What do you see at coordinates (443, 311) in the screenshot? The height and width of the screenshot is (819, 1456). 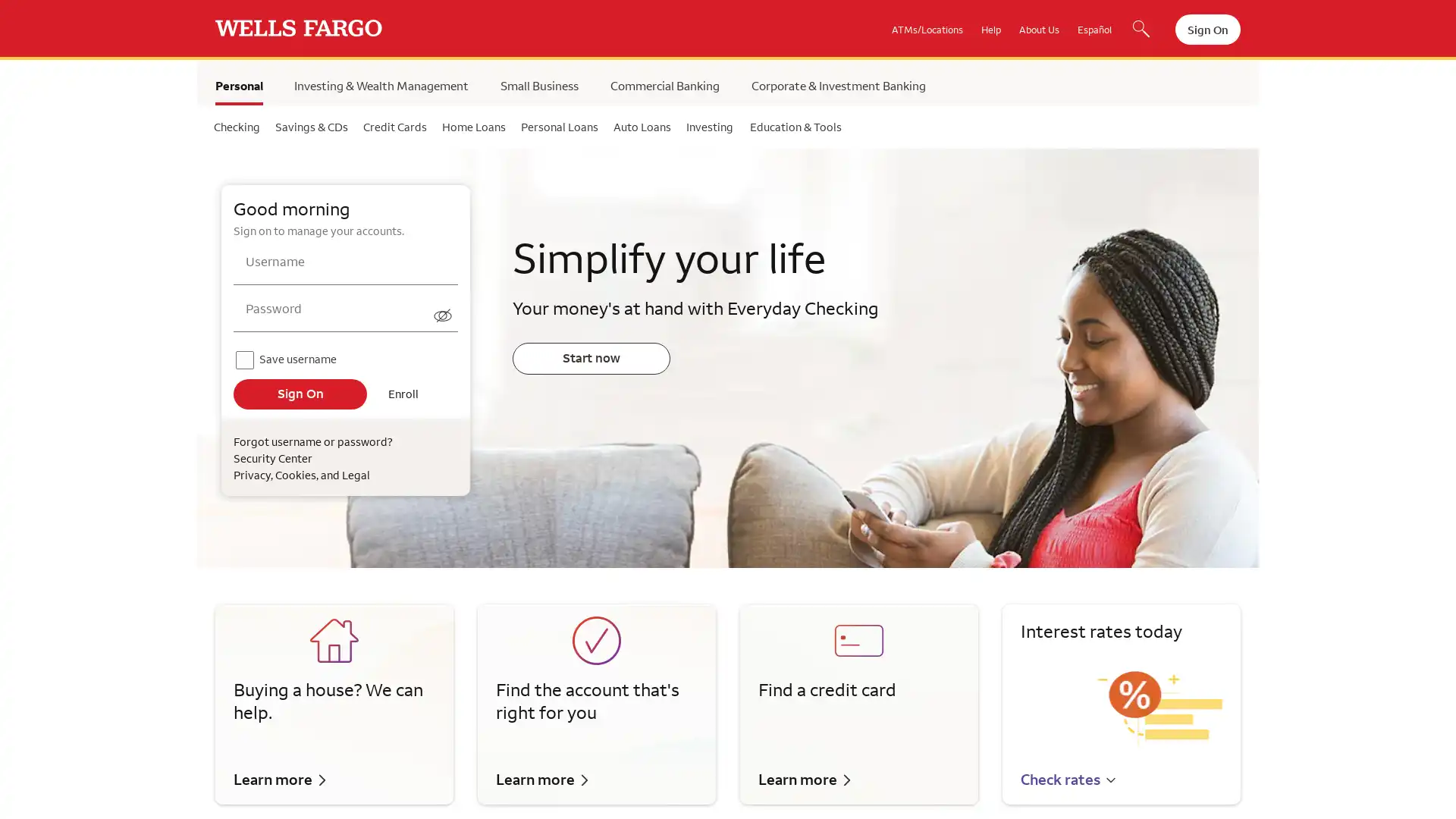 I see `Show password` at bounding box center [443, 311].